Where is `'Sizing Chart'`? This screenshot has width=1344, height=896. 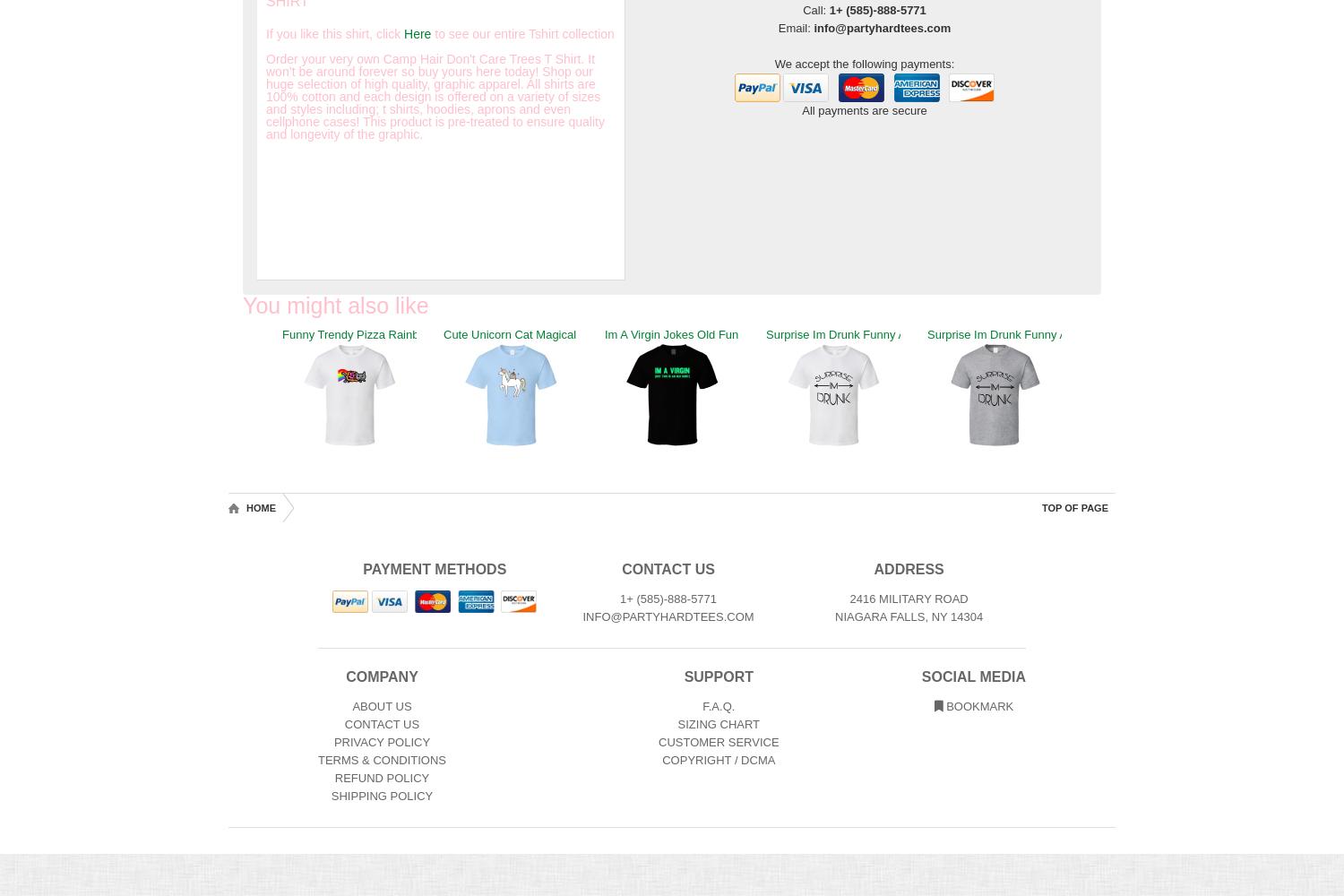
'Sizing Chart' is located at coordinates (719, 724).